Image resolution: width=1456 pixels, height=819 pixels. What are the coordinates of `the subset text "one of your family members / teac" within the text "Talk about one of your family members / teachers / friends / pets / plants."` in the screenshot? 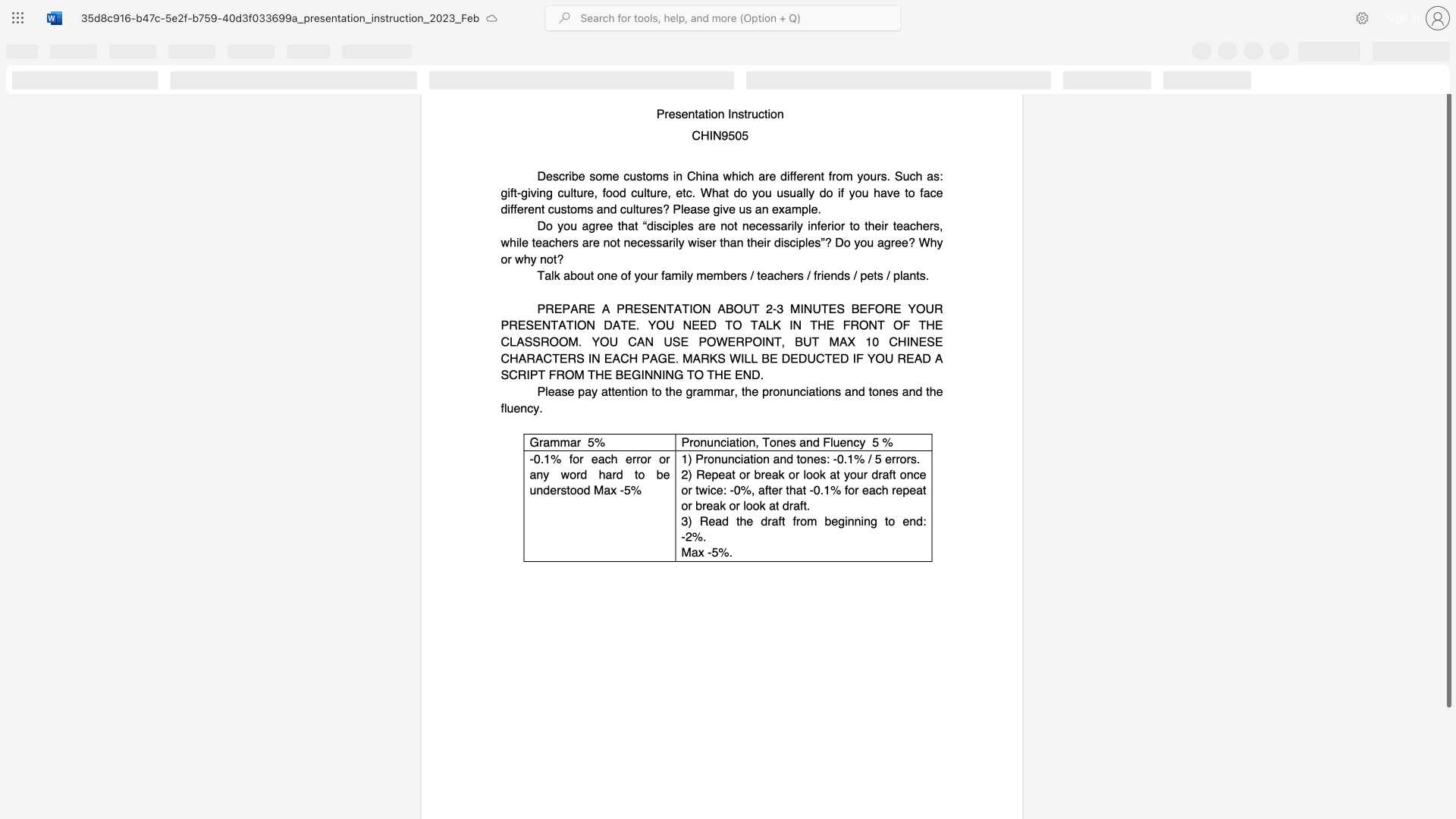 It's located at (596, 275).